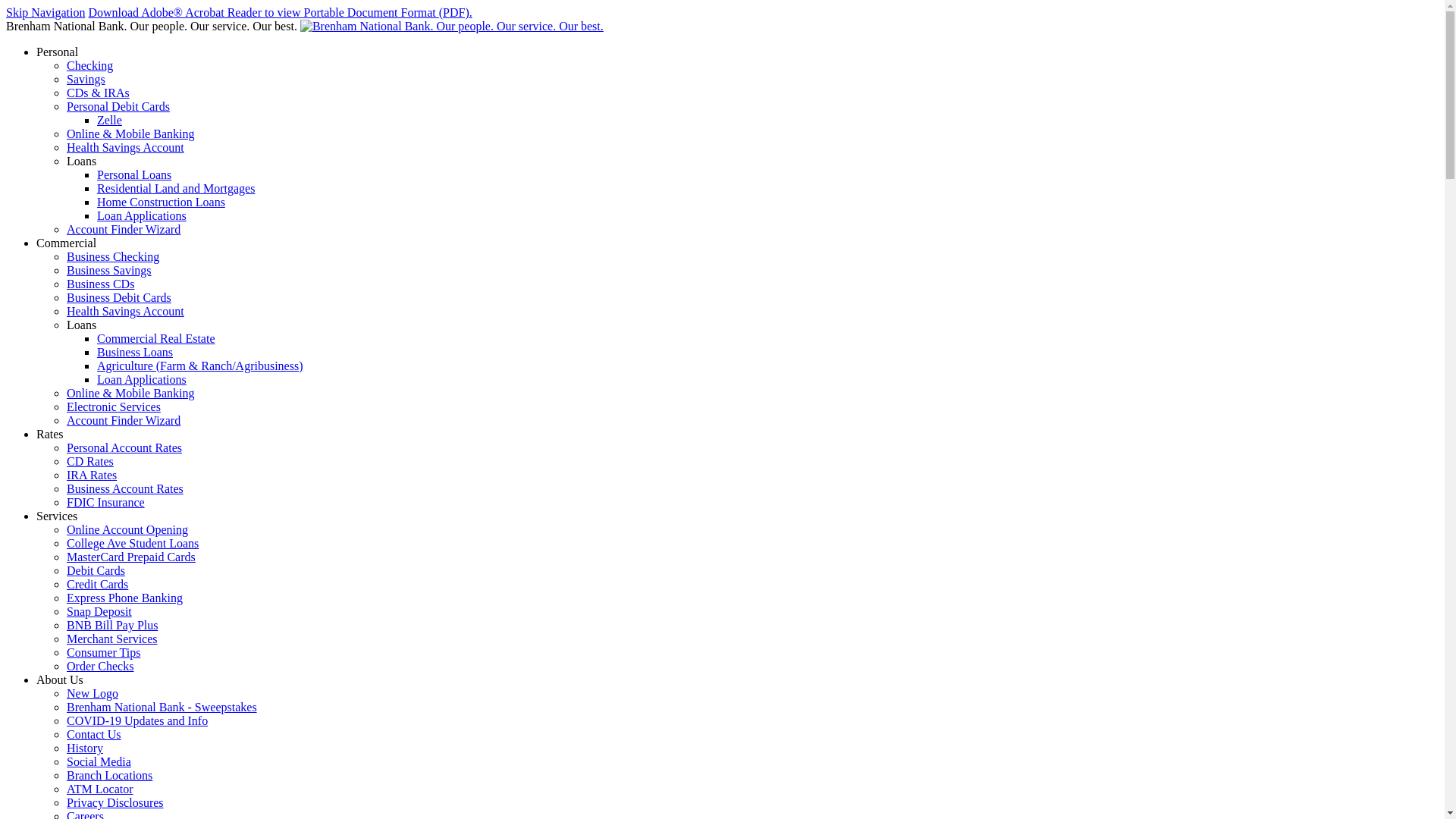  What do you see at coordinates (99, 284) in the screenshot?
I see `'Business CDs'` at bounding box center [99, 284].